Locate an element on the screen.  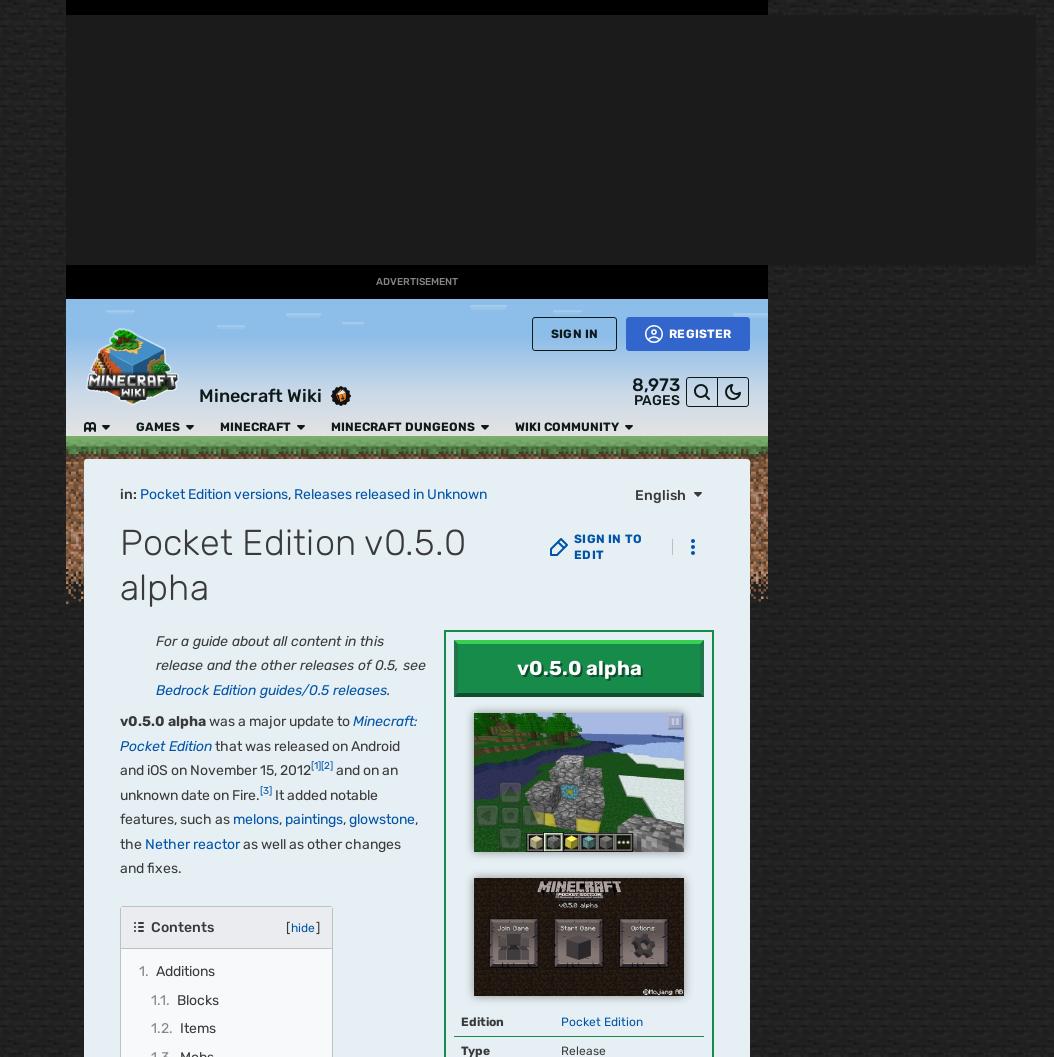
'More Fandoms' is located at coordinates (129, 135).